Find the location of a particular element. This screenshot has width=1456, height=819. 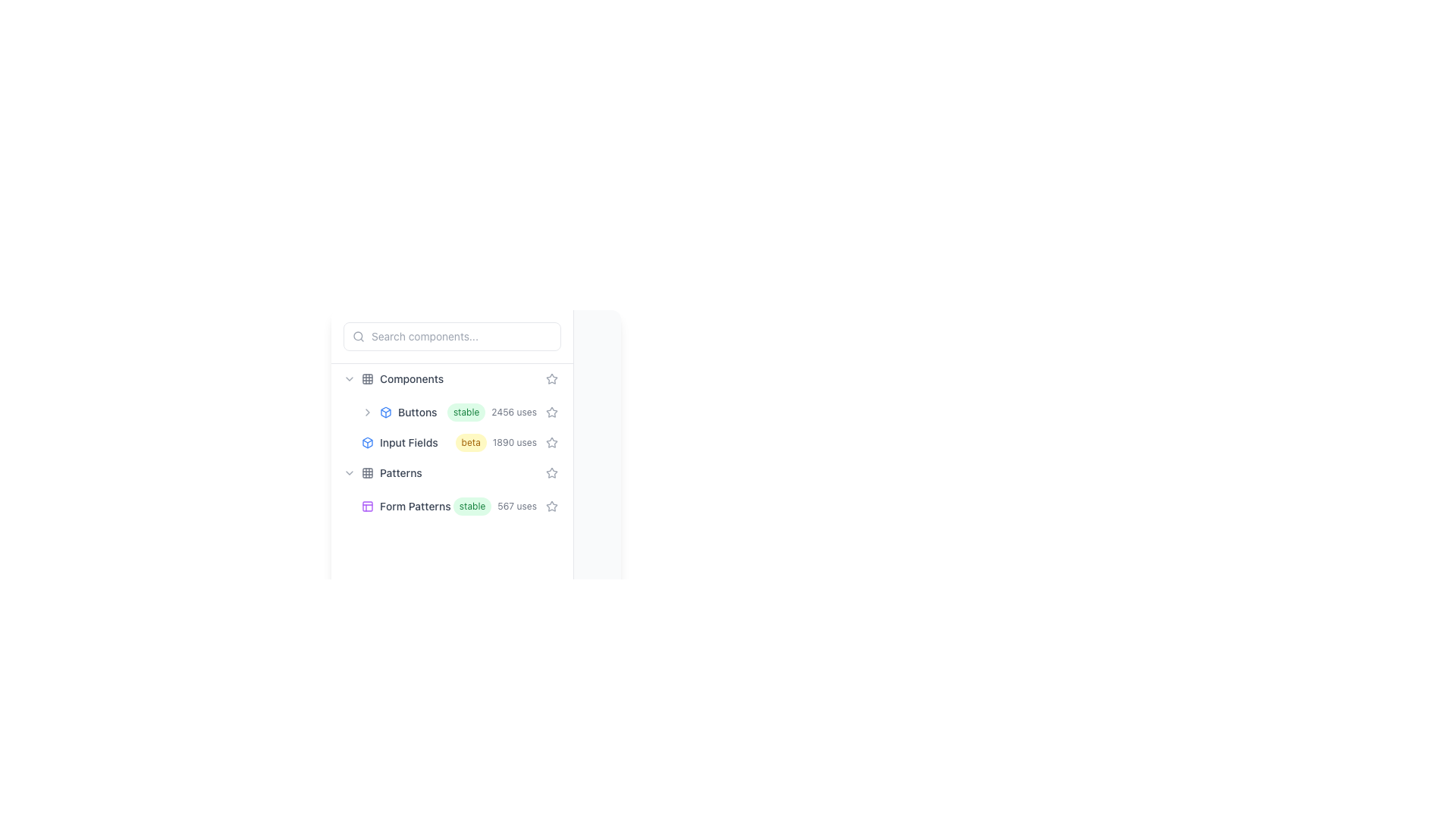

the chevron icon is located at coordinates (348, 472).